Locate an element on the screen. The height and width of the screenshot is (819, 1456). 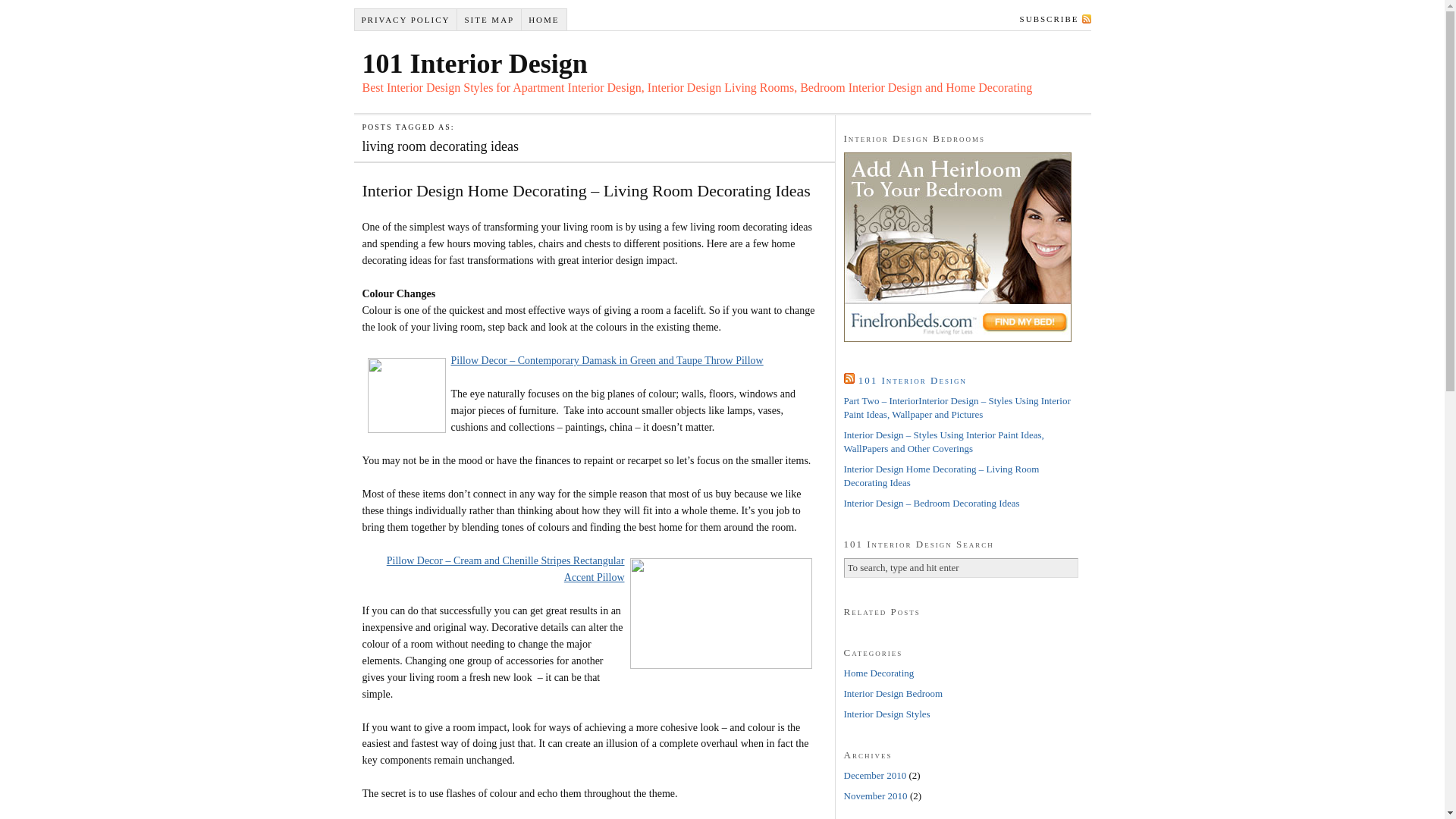
'SUBSCRIBE' is located at coordinates (1051, 18).